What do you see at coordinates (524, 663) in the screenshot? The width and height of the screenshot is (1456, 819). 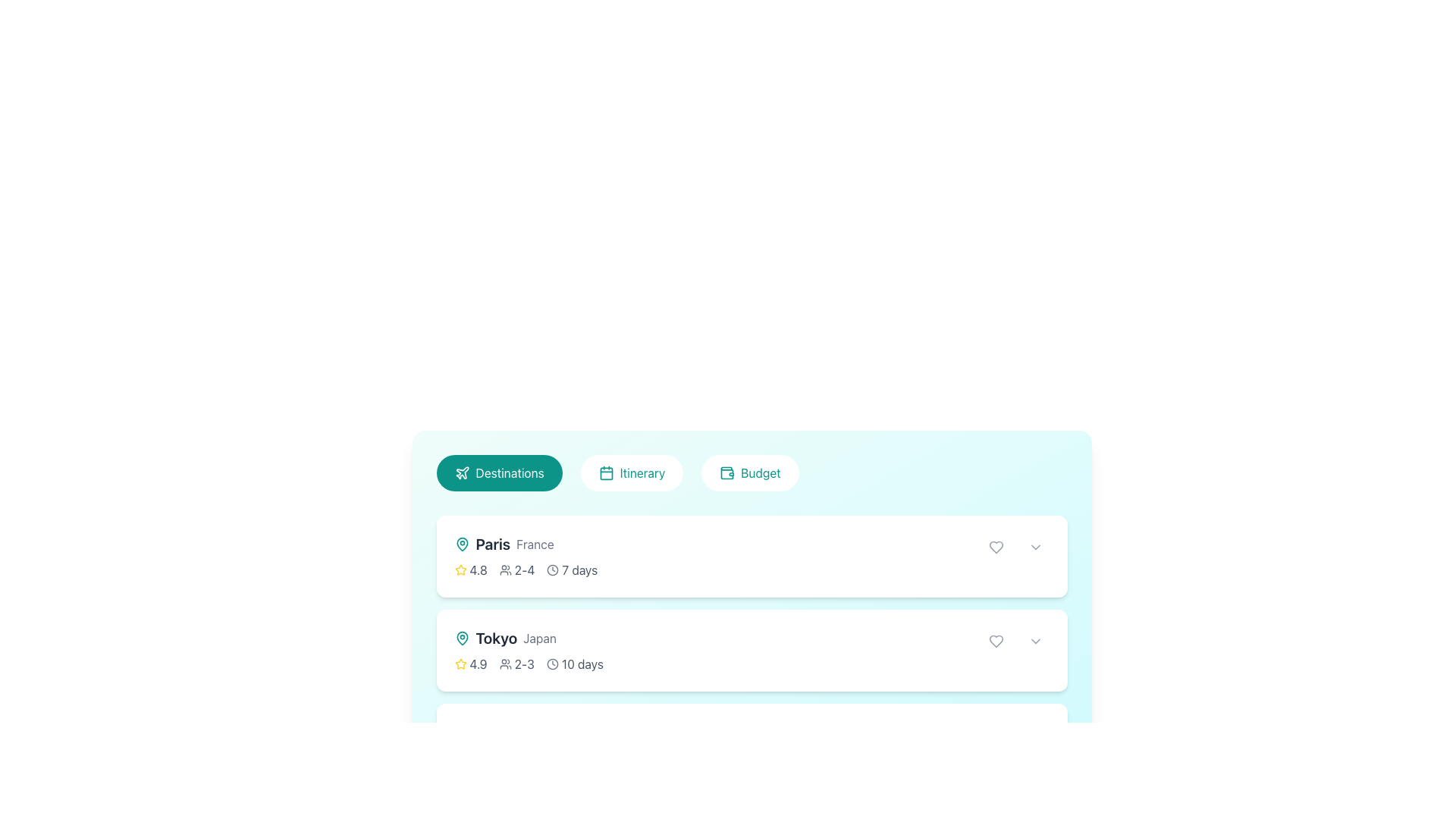 I see `text label indicating the expected number of participants or group size related to the Tokyo destination, located below the star rating section and to the left of the duration text` at bounding box center [524, 663].